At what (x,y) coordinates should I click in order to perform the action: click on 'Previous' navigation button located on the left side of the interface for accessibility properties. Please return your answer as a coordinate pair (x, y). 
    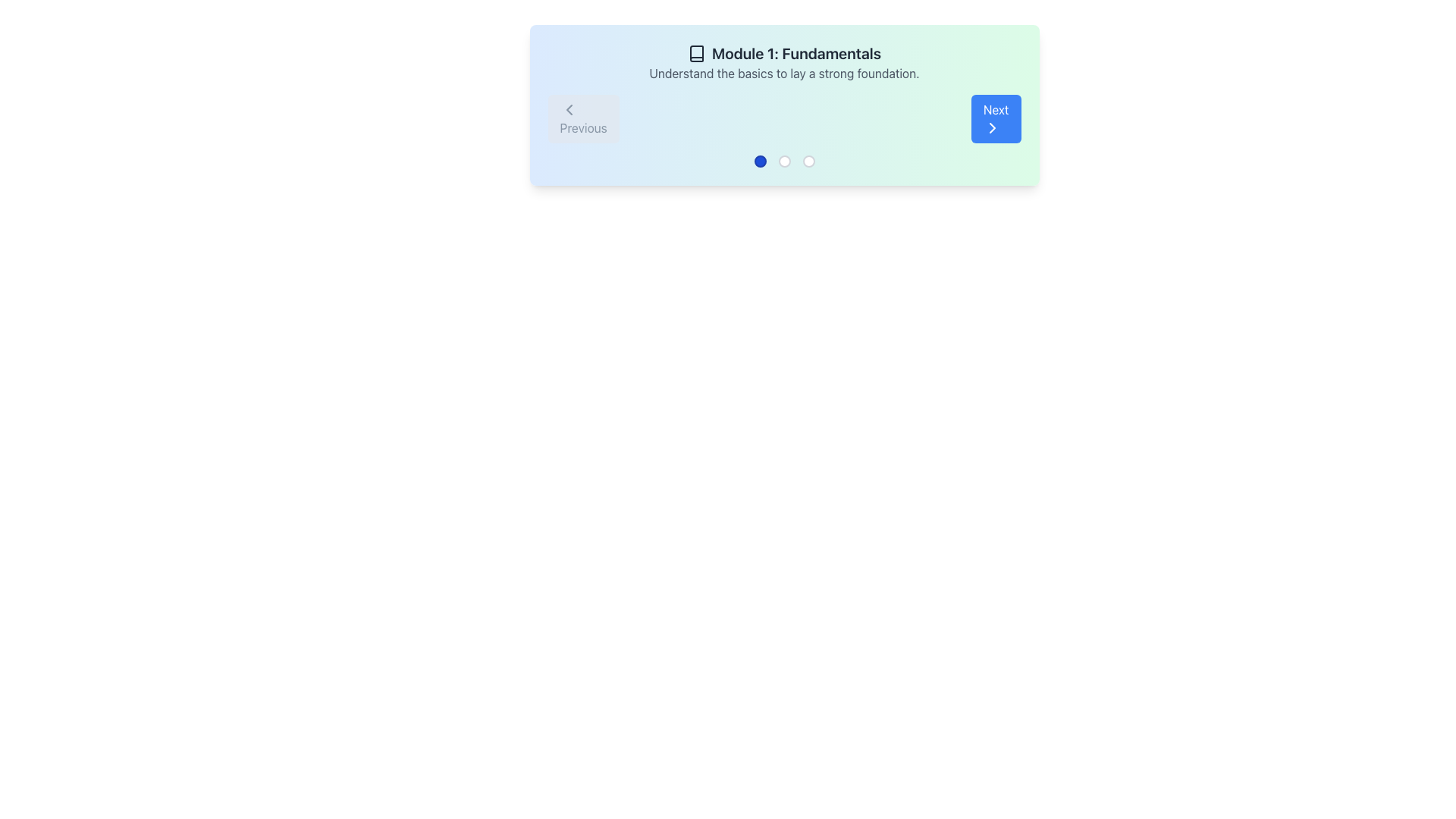
    Looking at the image, I should click on (582, 118).